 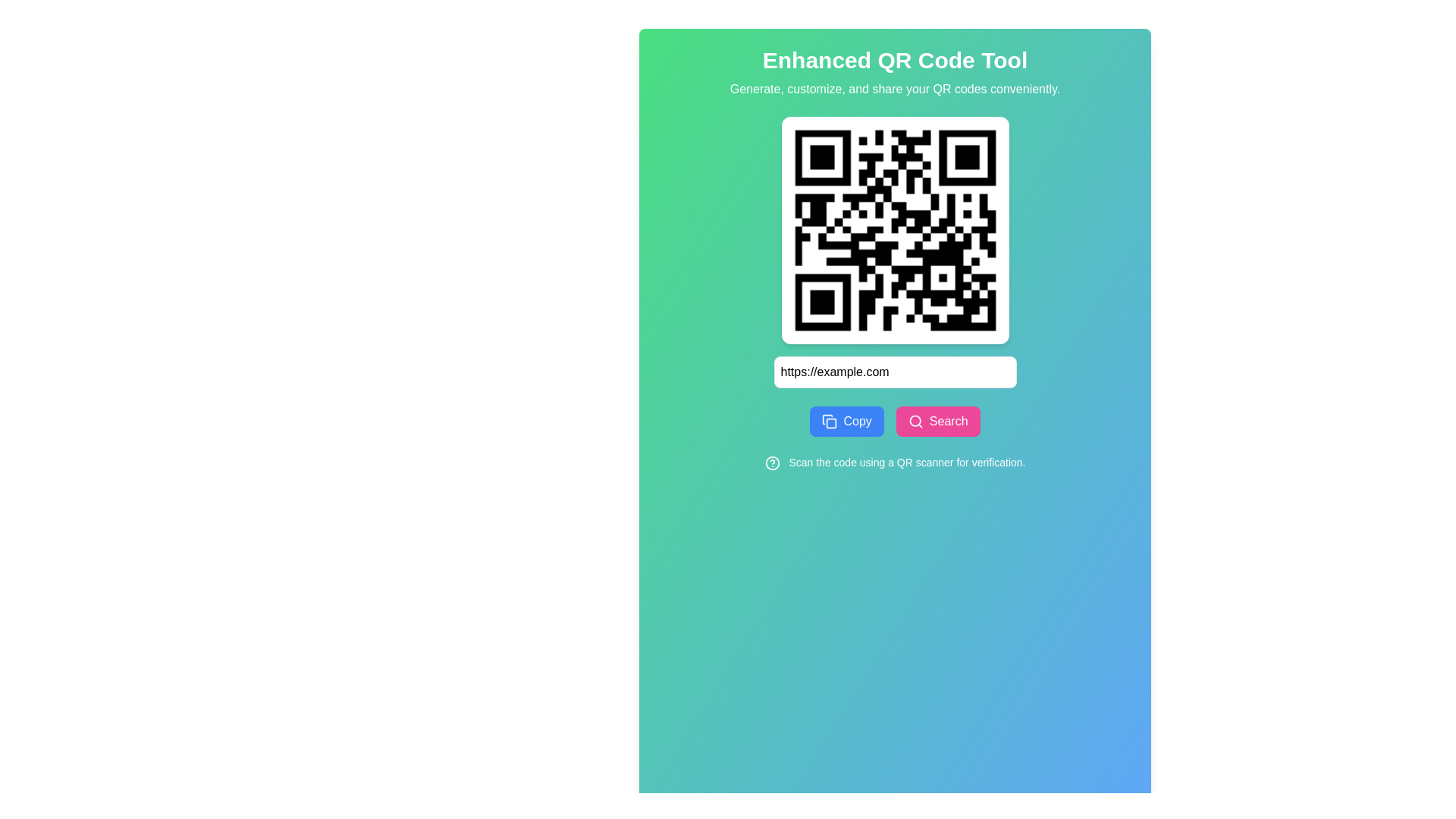 I want to click on the 'Copy' graphical icon, which is the first icon in the set below the input field, located to the left of the magnifying glass icon, so click(x=827, y=419).